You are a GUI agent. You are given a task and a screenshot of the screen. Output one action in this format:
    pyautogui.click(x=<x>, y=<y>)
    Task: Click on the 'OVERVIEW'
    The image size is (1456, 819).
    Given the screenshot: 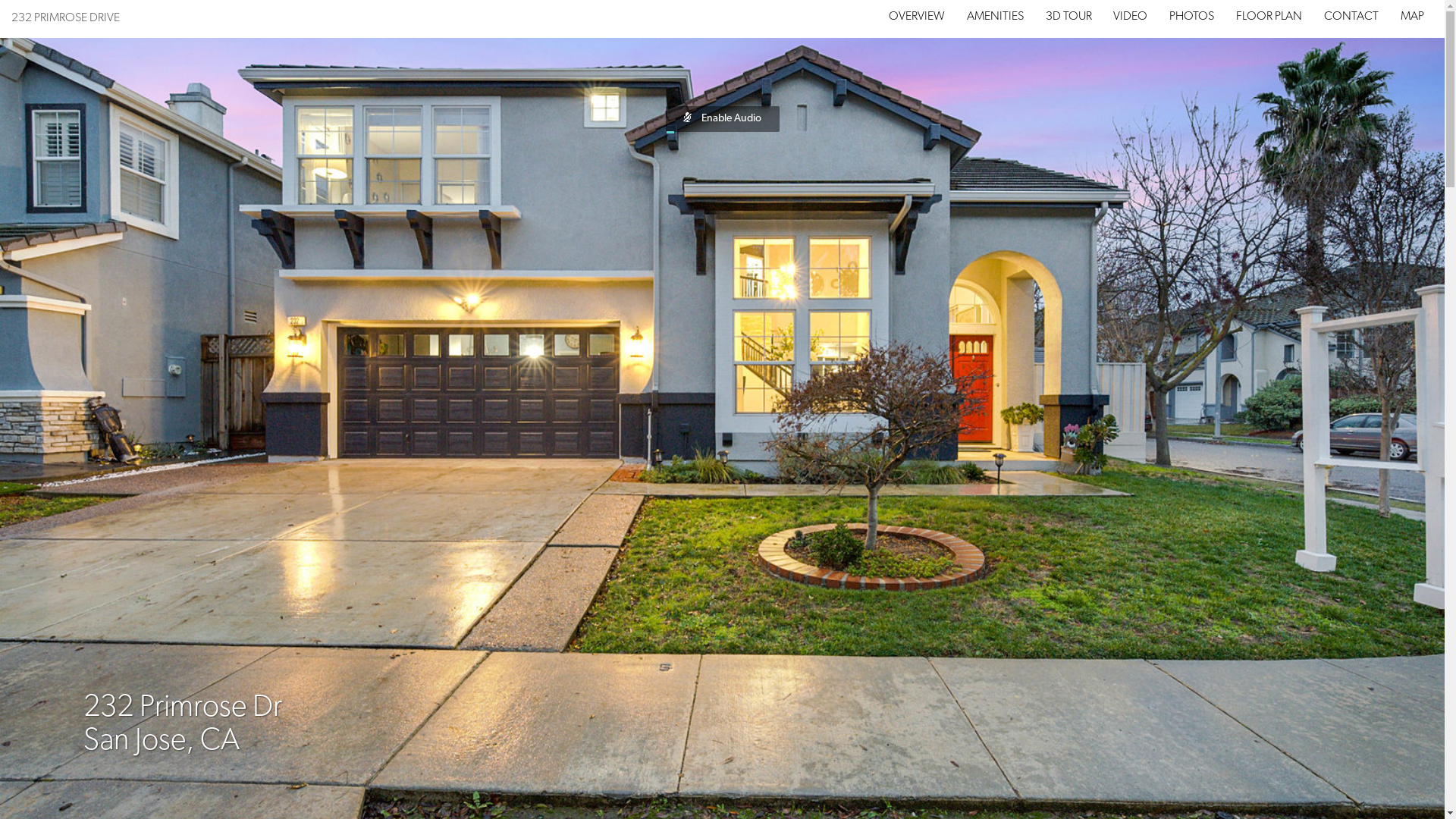 What is the action you would take?
    pyautogui.click(x=916, y=17)
    